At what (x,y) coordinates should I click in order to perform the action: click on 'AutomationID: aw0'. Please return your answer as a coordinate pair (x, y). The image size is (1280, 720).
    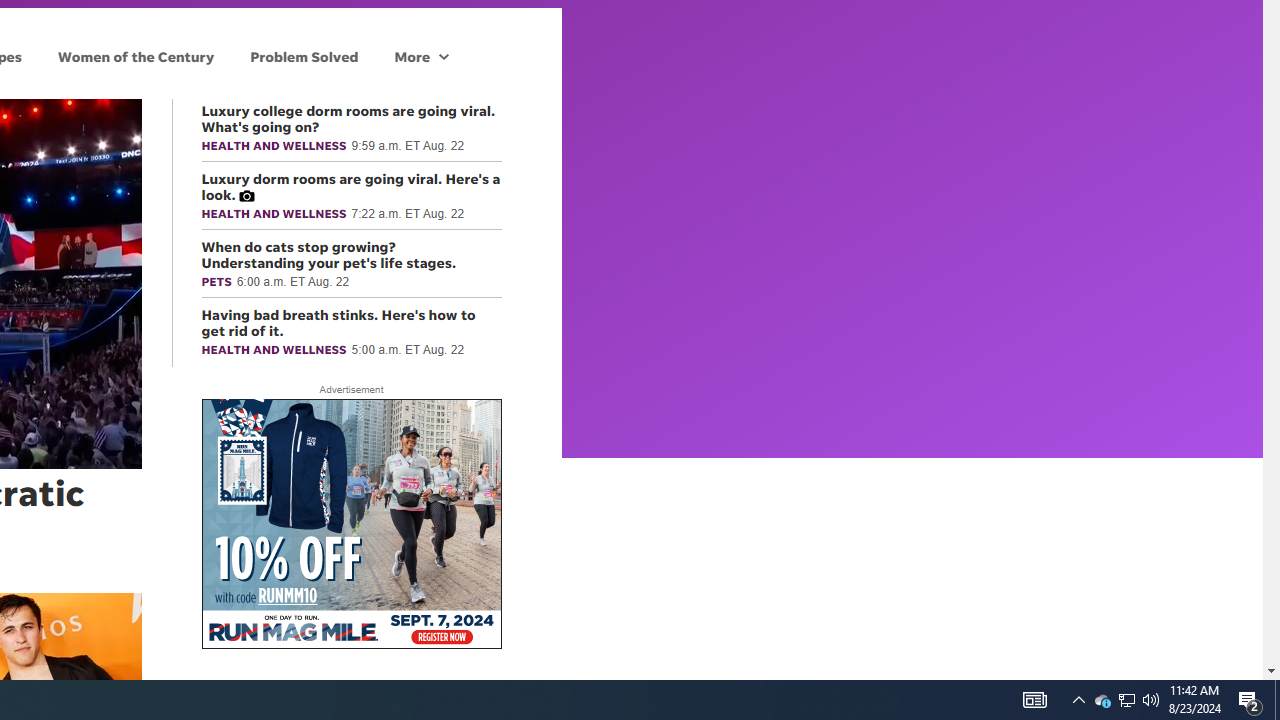
    Looking at the image, I should click on (351, 524).